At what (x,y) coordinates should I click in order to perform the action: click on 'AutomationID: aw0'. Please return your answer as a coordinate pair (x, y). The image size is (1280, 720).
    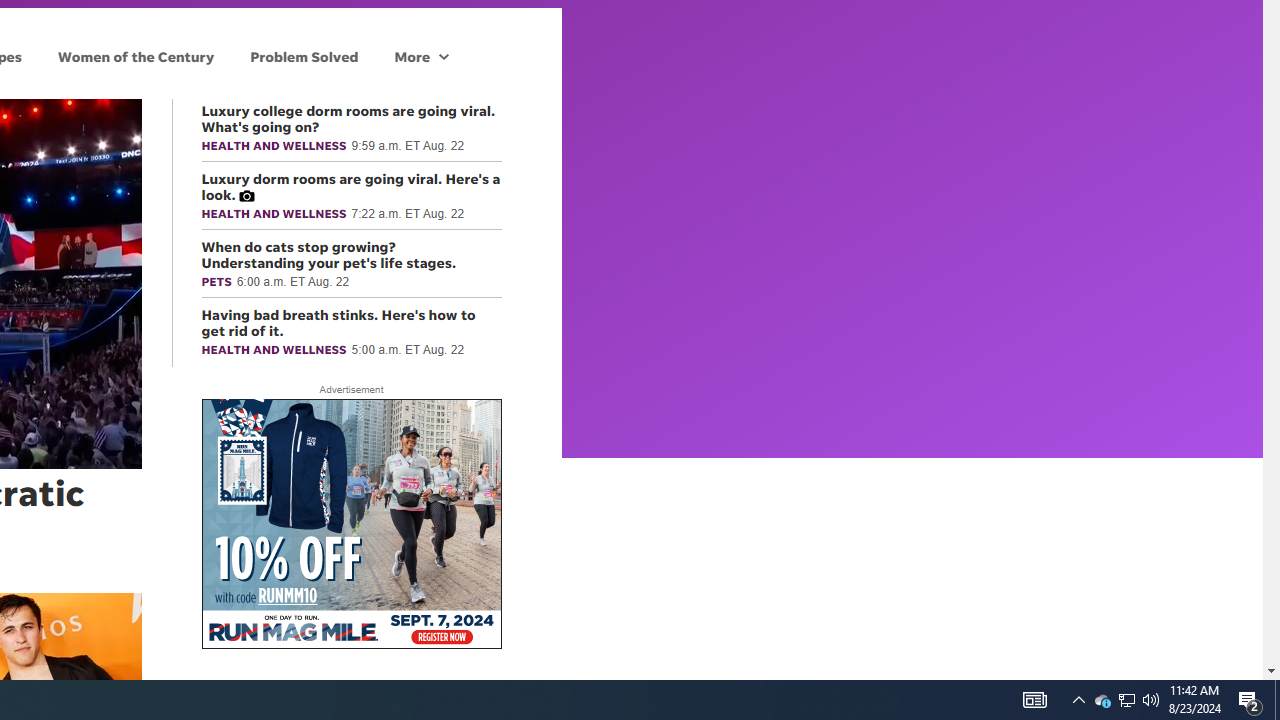
    Looking at the image, I should click on (351, 524).